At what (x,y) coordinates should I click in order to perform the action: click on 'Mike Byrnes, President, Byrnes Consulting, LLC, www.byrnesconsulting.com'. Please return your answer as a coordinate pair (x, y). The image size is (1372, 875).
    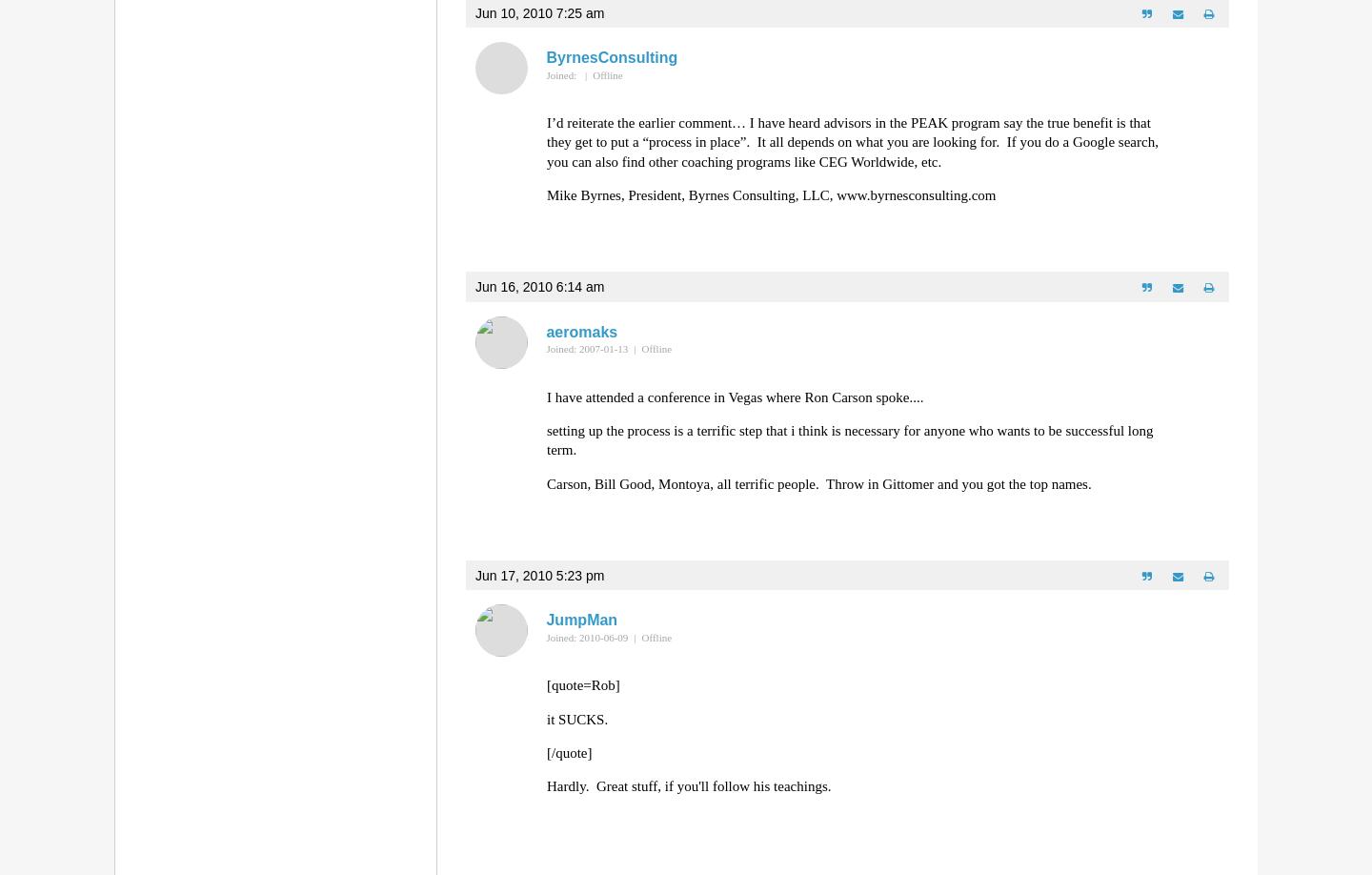
    Looking at the image, I should click on (771, 193).